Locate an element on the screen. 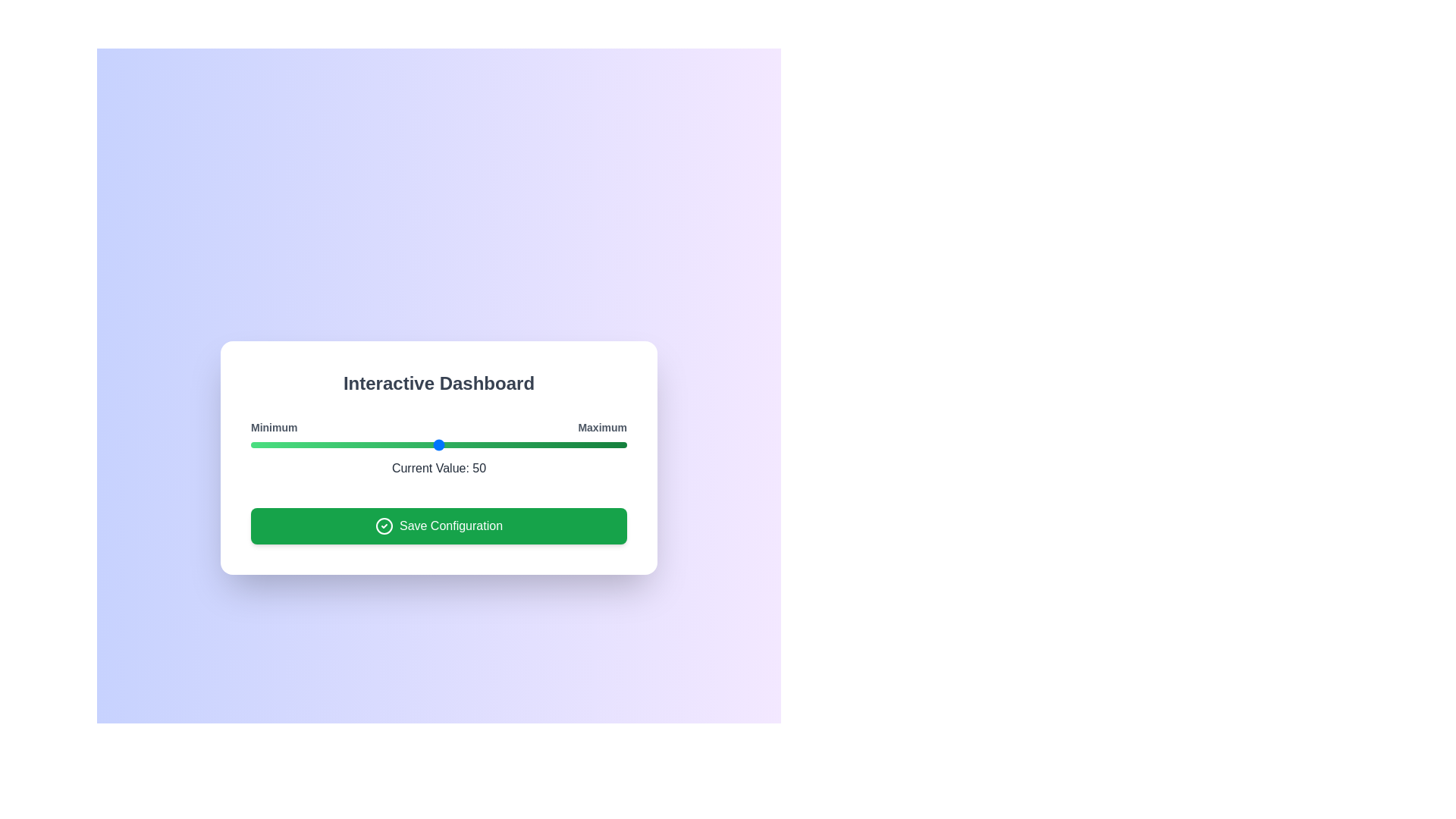 This screenshot has height=819, width=1456. the slider to set the value to 1 is located at coordinates (255, 444).